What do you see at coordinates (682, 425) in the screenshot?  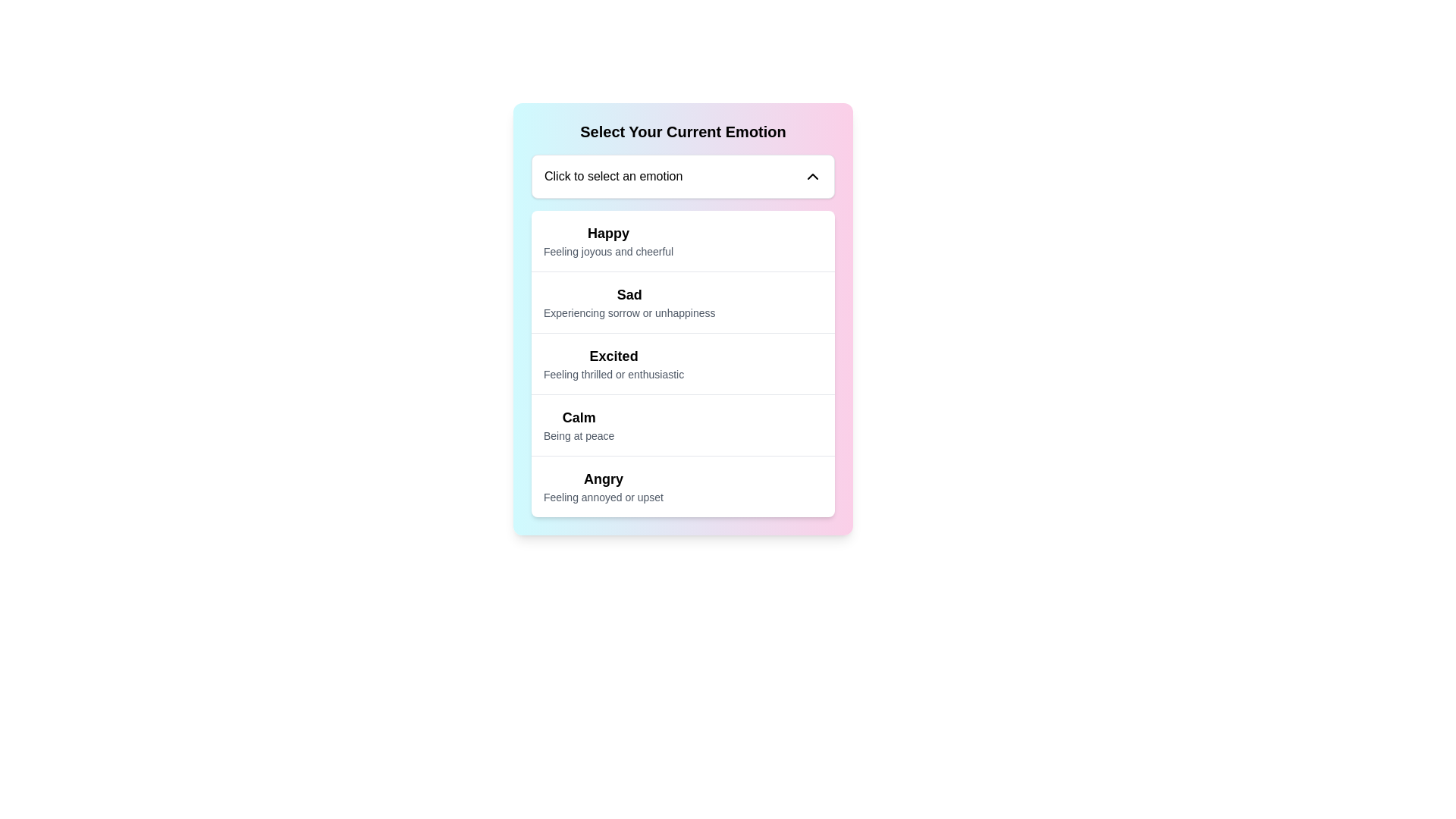 I see `the list item displaying the emotion 'Calm', which is the fourth entry in a vertical list of emotions, located between 'Excited' and 'Angry'` at bounding box center [682, 425].